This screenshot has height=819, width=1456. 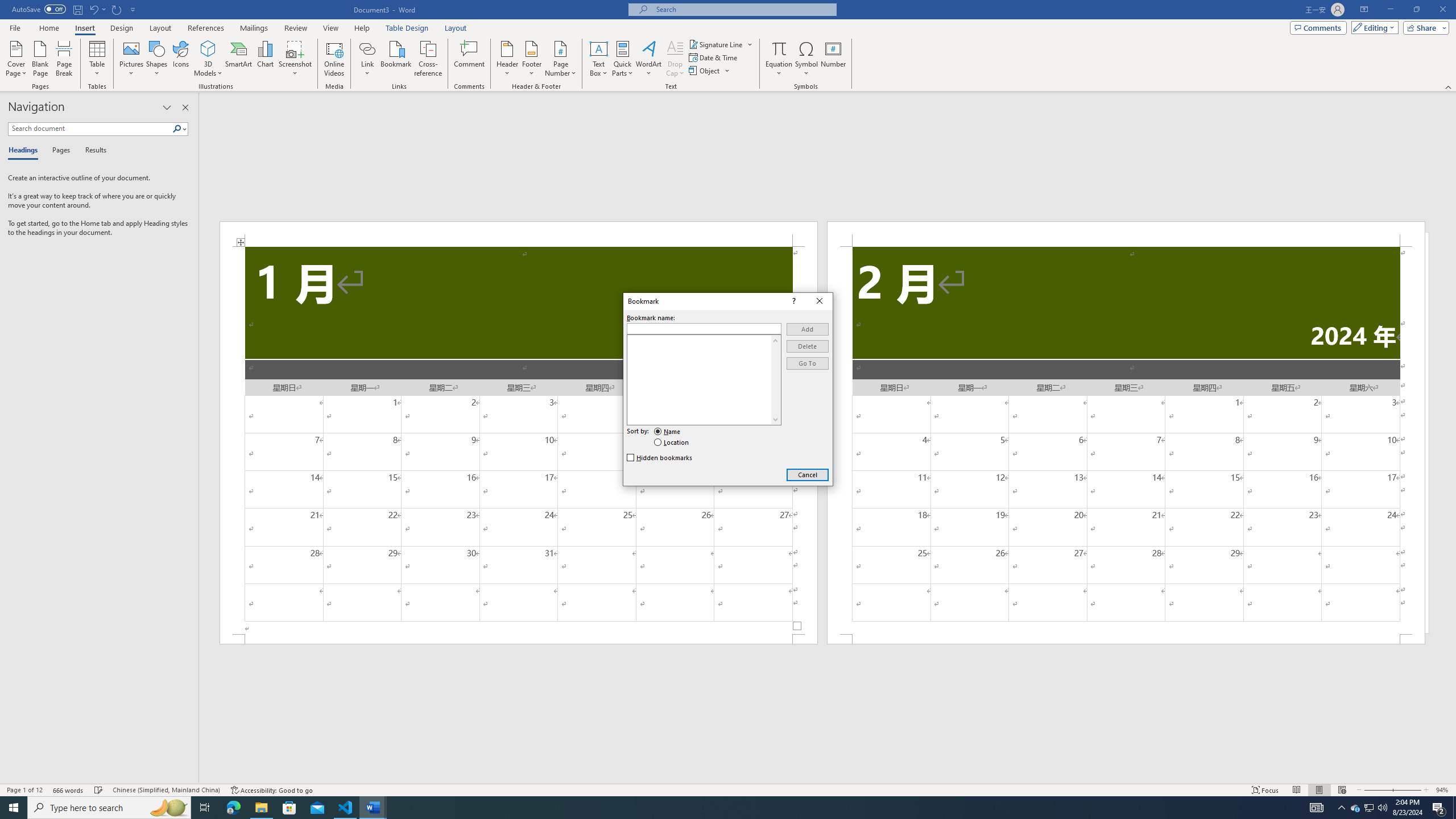 I want to click on 'Layout', so click(x=455, y=28).